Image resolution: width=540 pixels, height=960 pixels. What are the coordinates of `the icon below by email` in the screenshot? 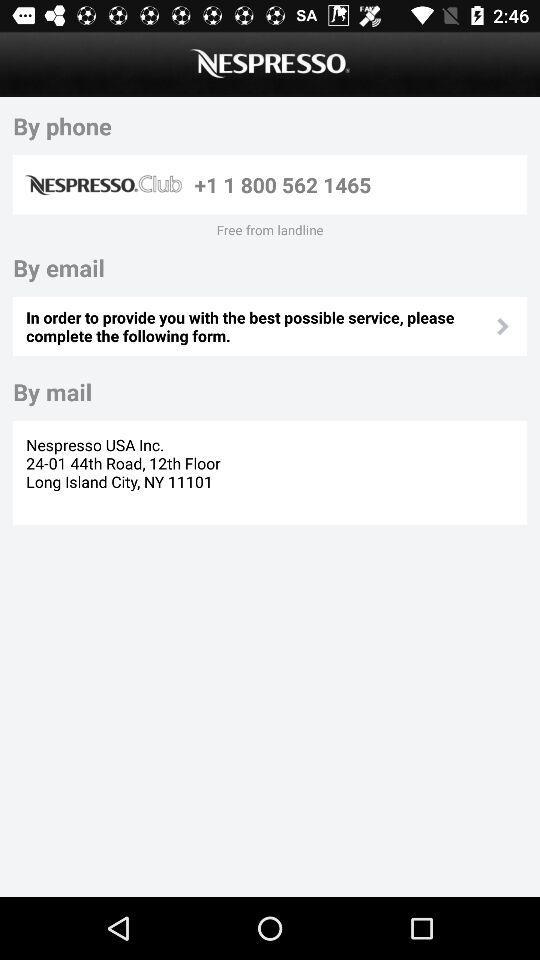 It's located at (259, 326).